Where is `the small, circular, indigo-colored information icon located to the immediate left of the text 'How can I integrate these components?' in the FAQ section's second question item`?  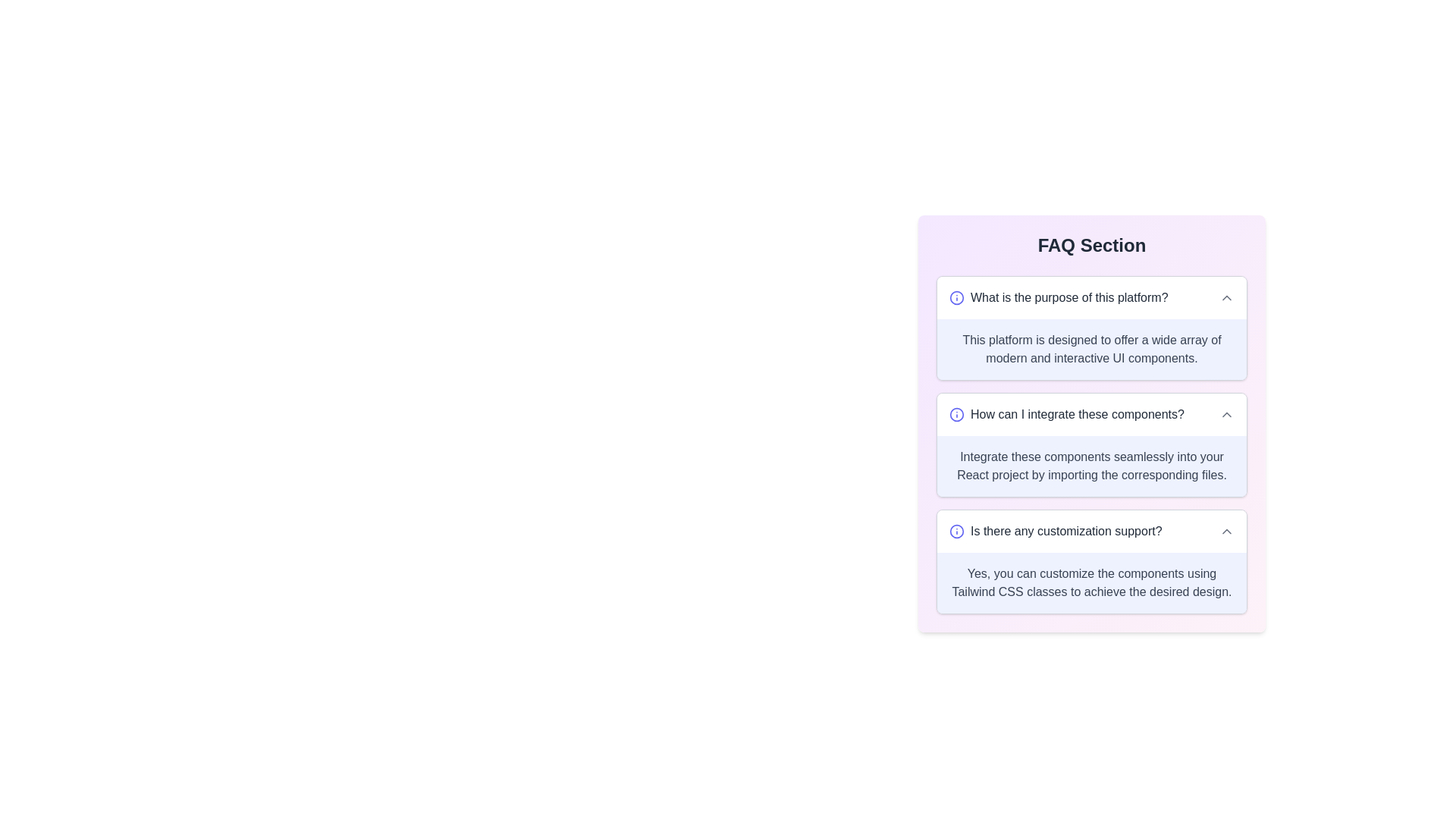 the small, circular, indigo-colored information icon located to the immediate left of the text 'How can I integrate these components?' in the FAQ section's second question item is located at coordinates (956, 415).